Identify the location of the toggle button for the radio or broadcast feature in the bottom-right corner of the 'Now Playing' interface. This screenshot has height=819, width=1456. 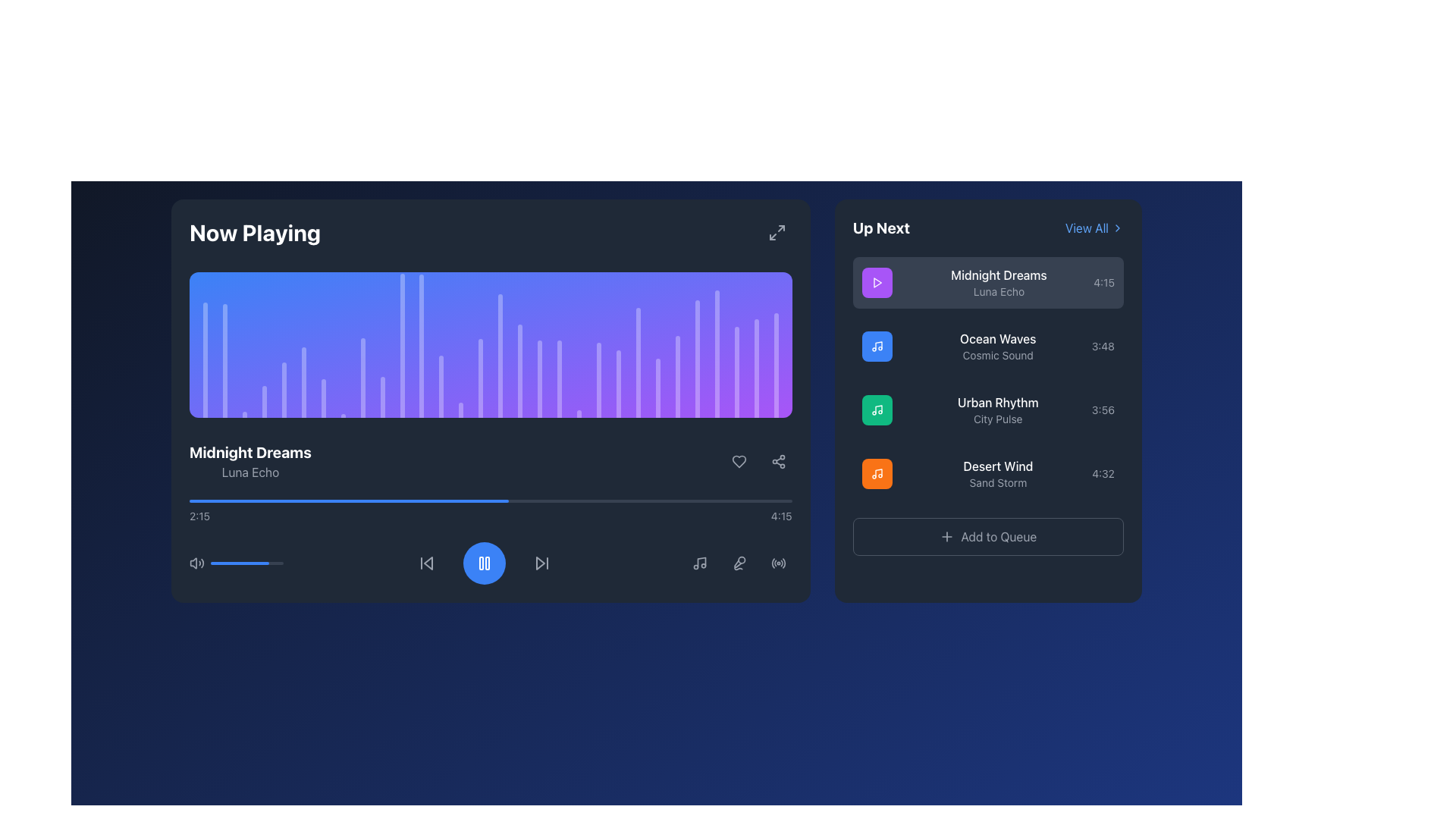
(778, 563).